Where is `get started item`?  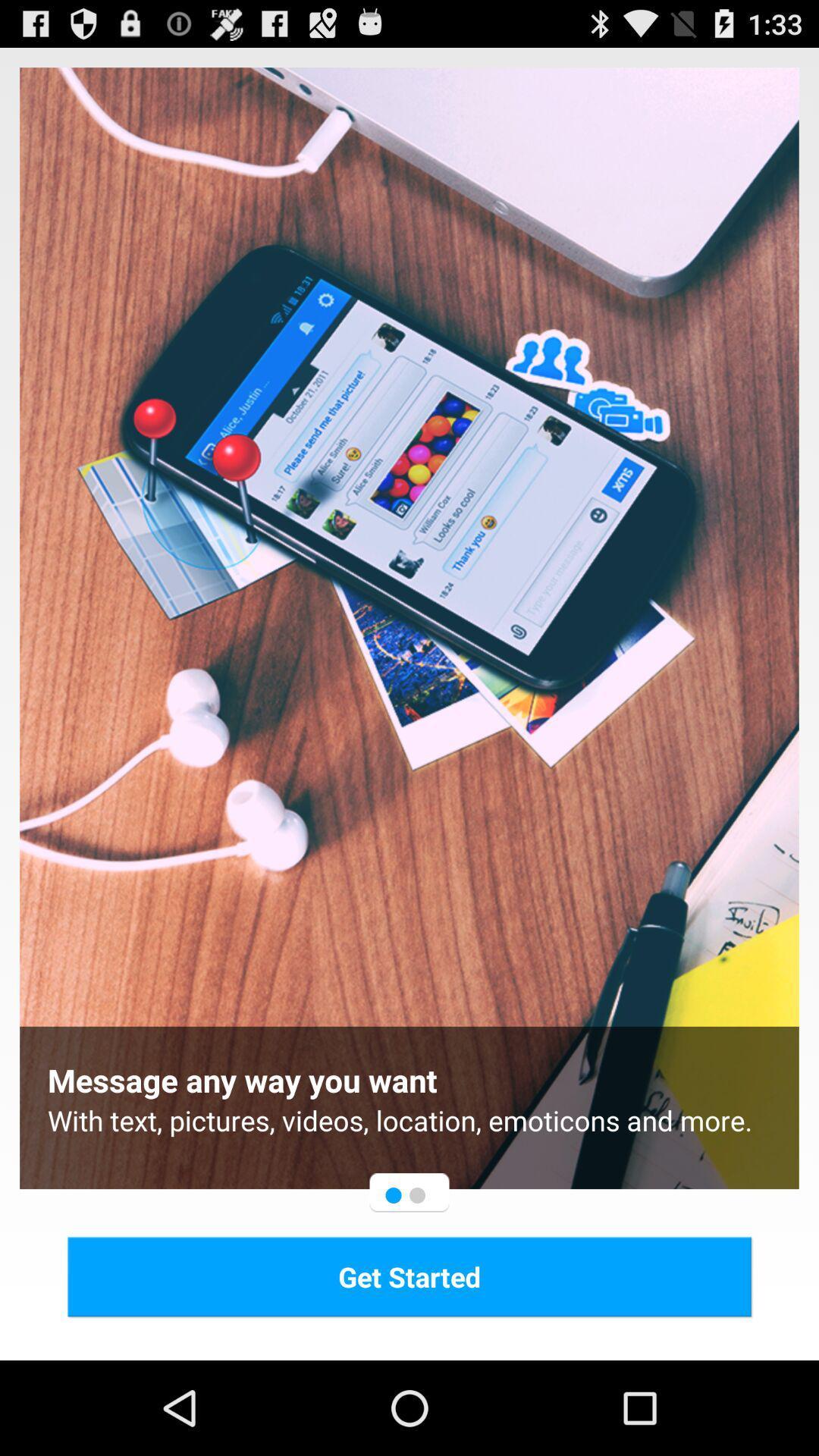
get started item is located at coordinates (409, 1276).